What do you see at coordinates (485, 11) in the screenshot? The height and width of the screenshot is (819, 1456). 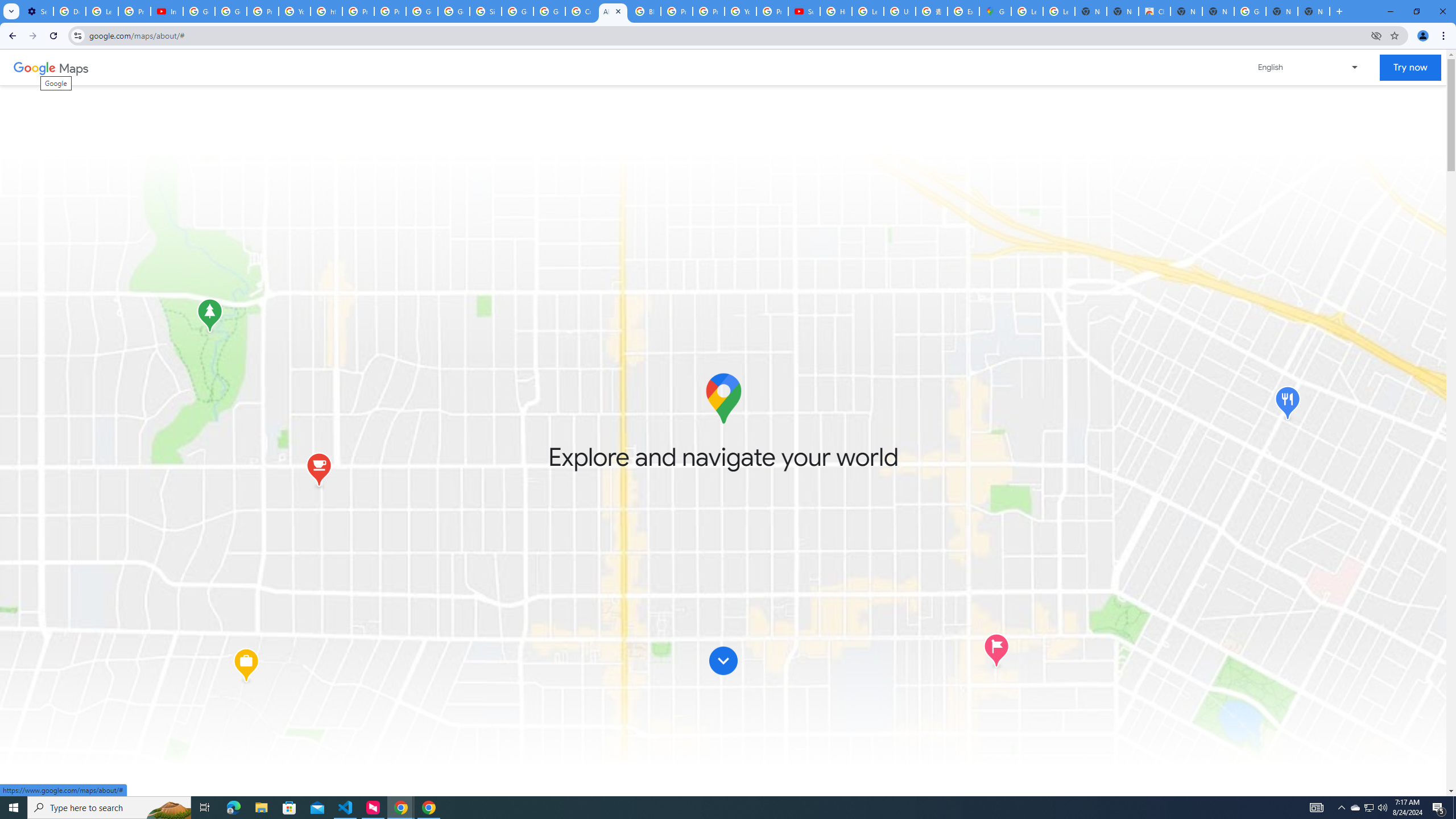 I see `'Sign in - Google Accounts'` at bounding box center [485, 11].